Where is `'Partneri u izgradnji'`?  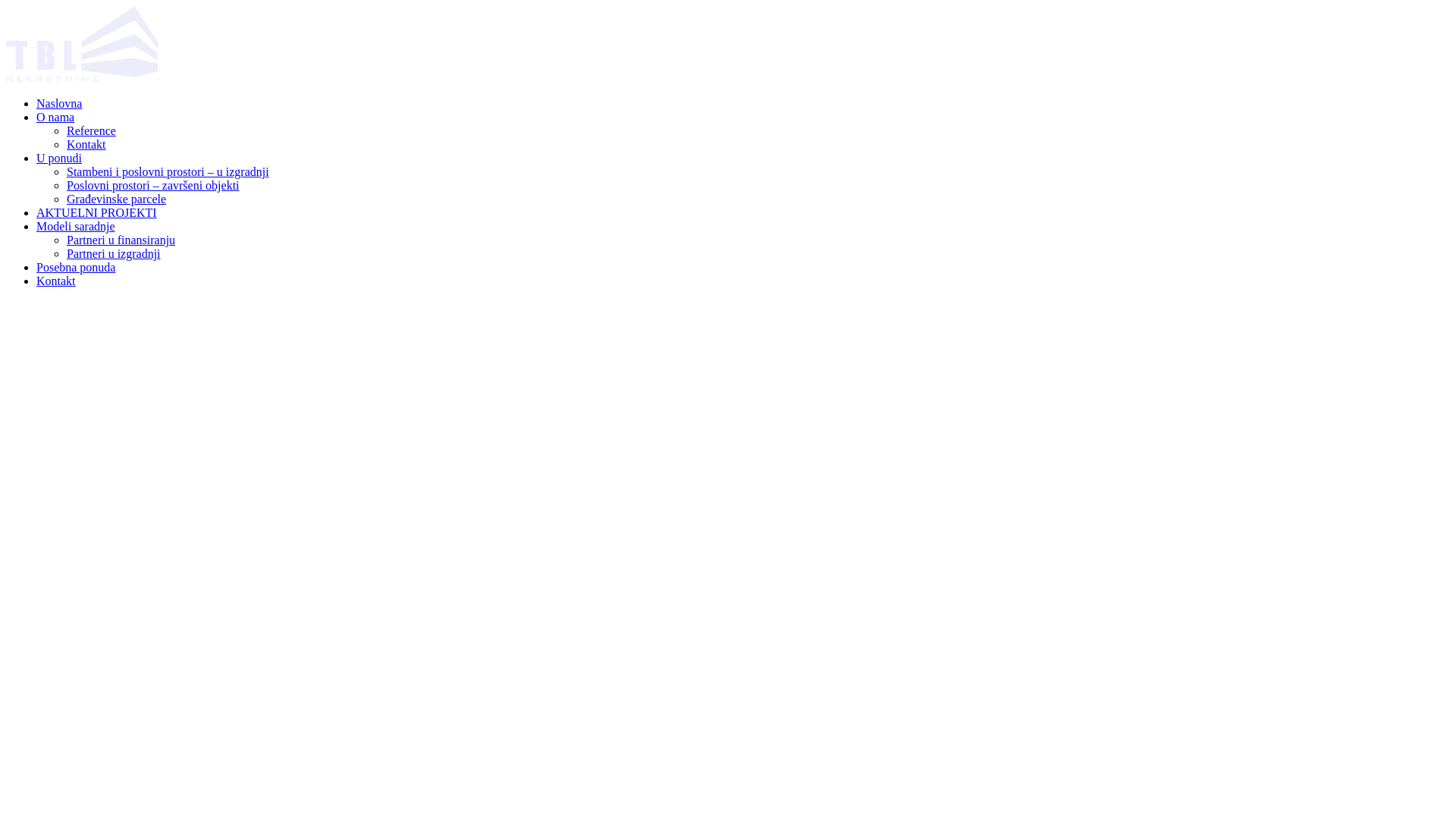
'Partneri u izgradnji' is located at coordinates (65, 253).